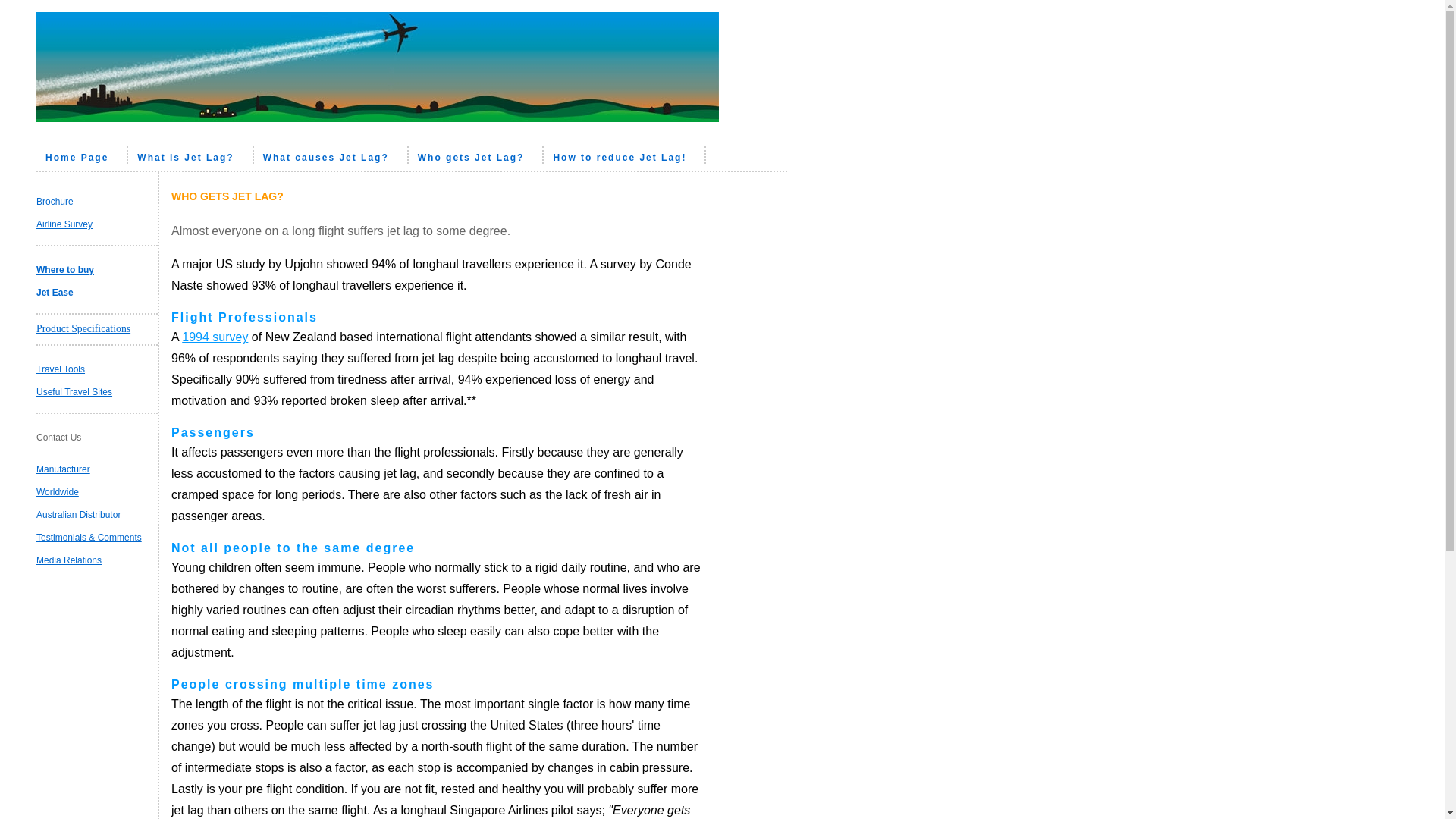 The image size is (1456, 819). What do you see at coordinates (83, 328) in the screenshot?
I see `'Product Specifications'` at bounding box center [83, 328].